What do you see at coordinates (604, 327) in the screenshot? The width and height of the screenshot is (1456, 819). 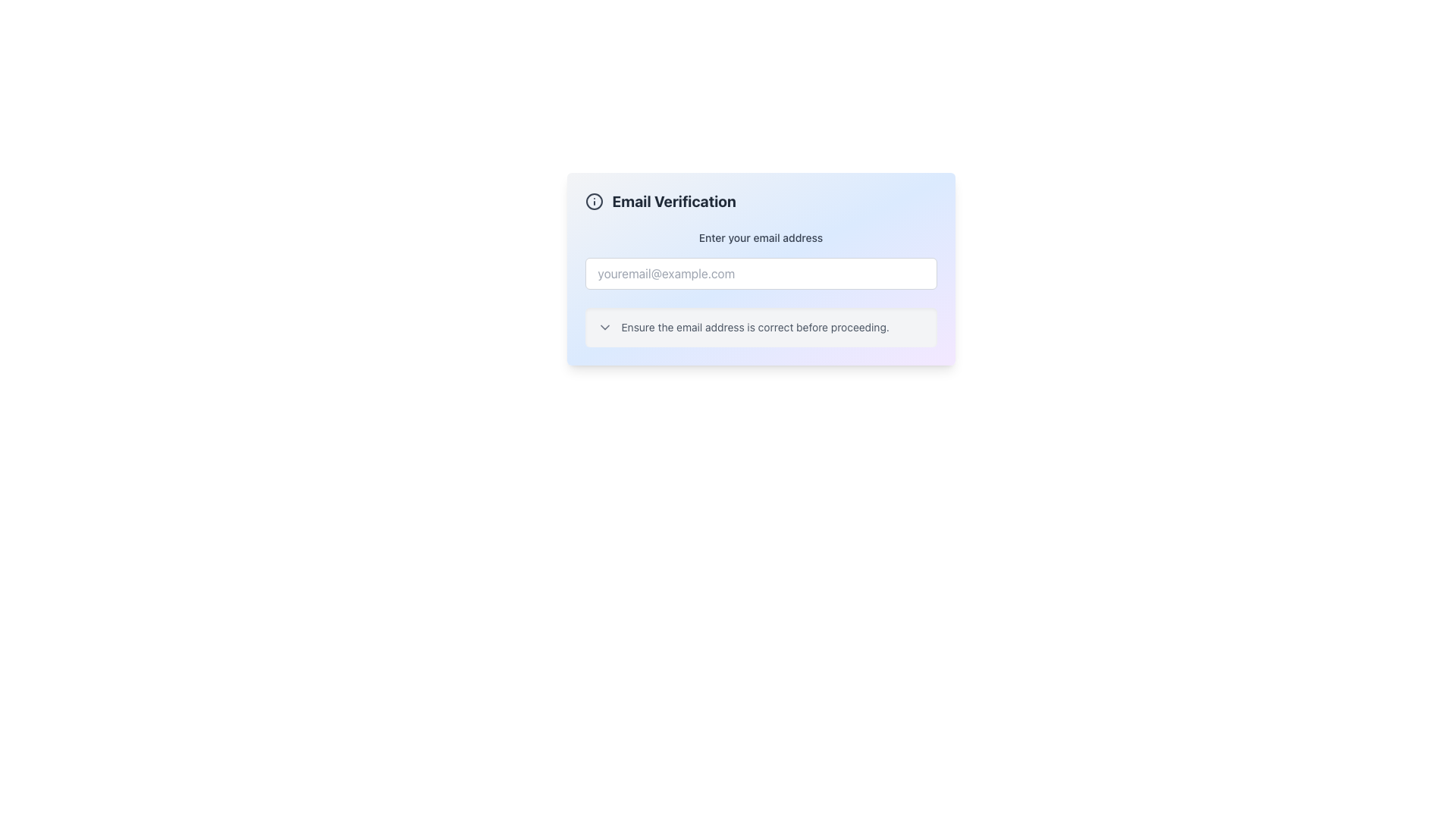 I see `the icon located to the left of the text 'Ensure the email address is correct before proceeding.' This icon serves as a visual indicator or drop-down trigger for additional actions related to the email address message` at bounding box center [604, 327].